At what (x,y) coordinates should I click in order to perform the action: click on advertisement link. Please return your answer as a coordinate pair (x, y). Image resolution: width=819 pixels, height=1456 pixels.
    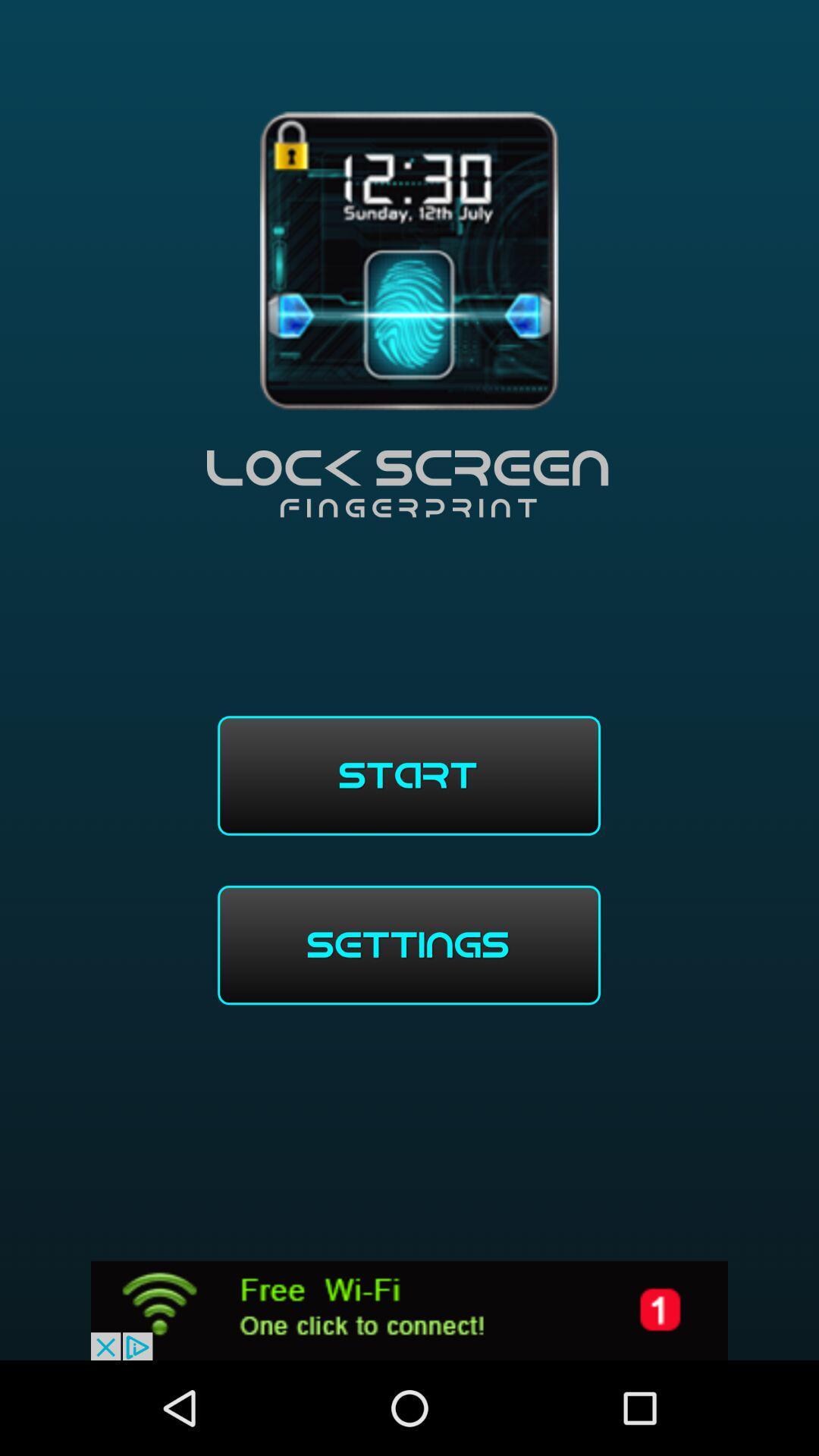
    Looking at the image, I should click on (409, 1310).